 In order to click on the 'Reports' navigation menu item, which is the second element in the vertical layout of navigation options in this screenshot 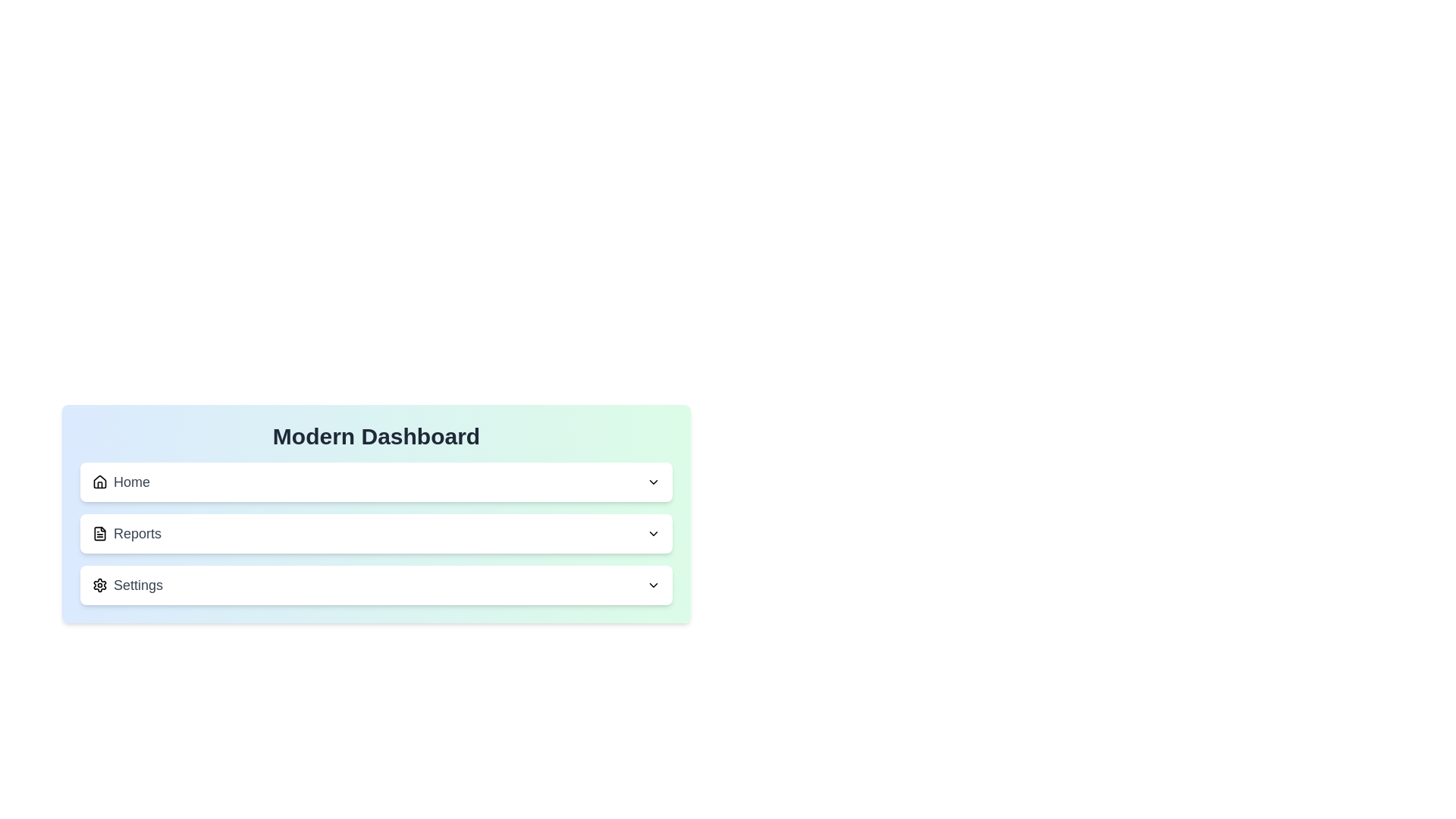, I will do `click(376, 533)`.